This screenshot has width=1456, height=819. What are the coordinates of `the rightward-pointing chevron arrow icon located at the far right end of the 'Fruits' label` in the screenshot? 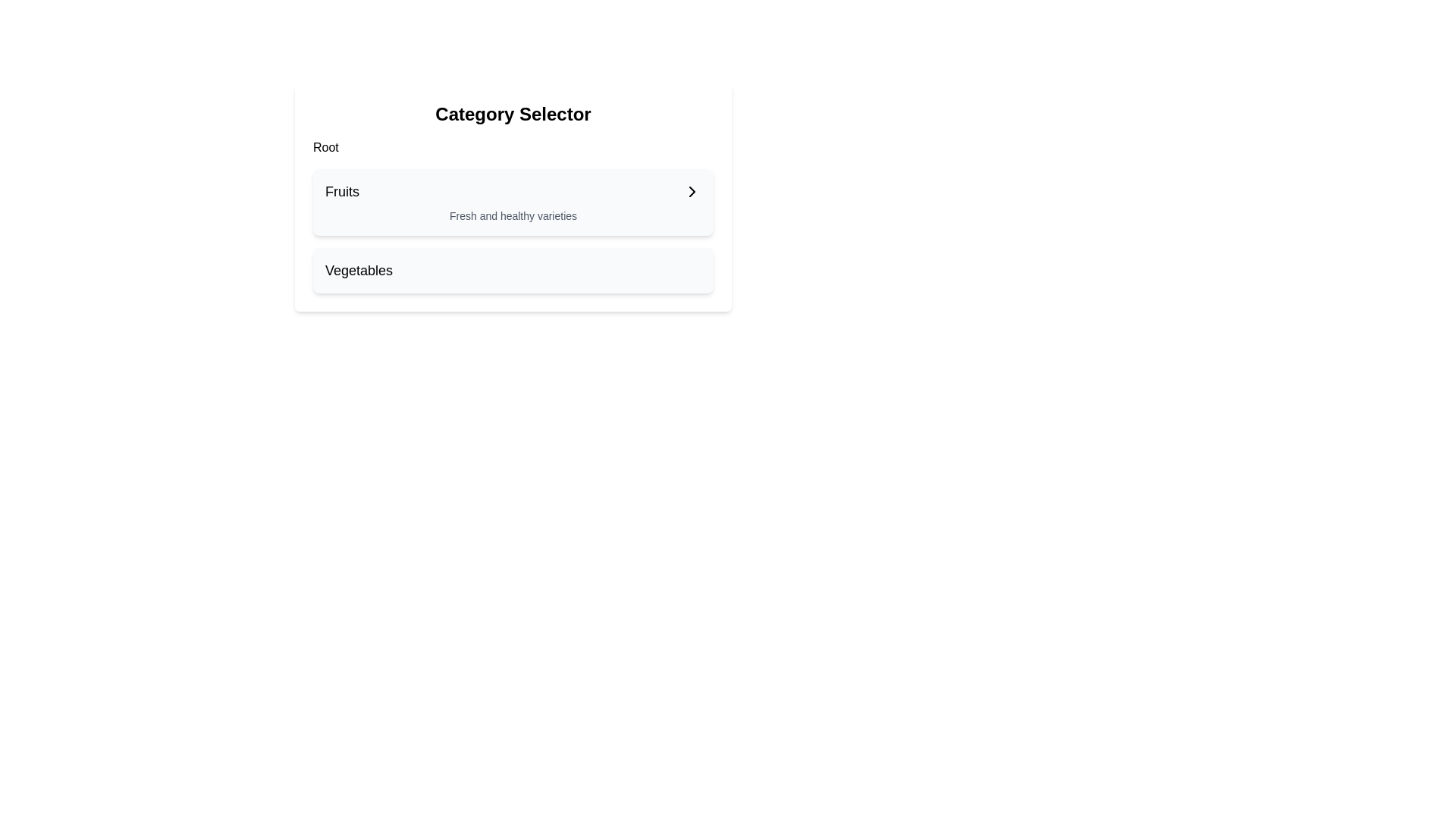 It's located at (691, 191).